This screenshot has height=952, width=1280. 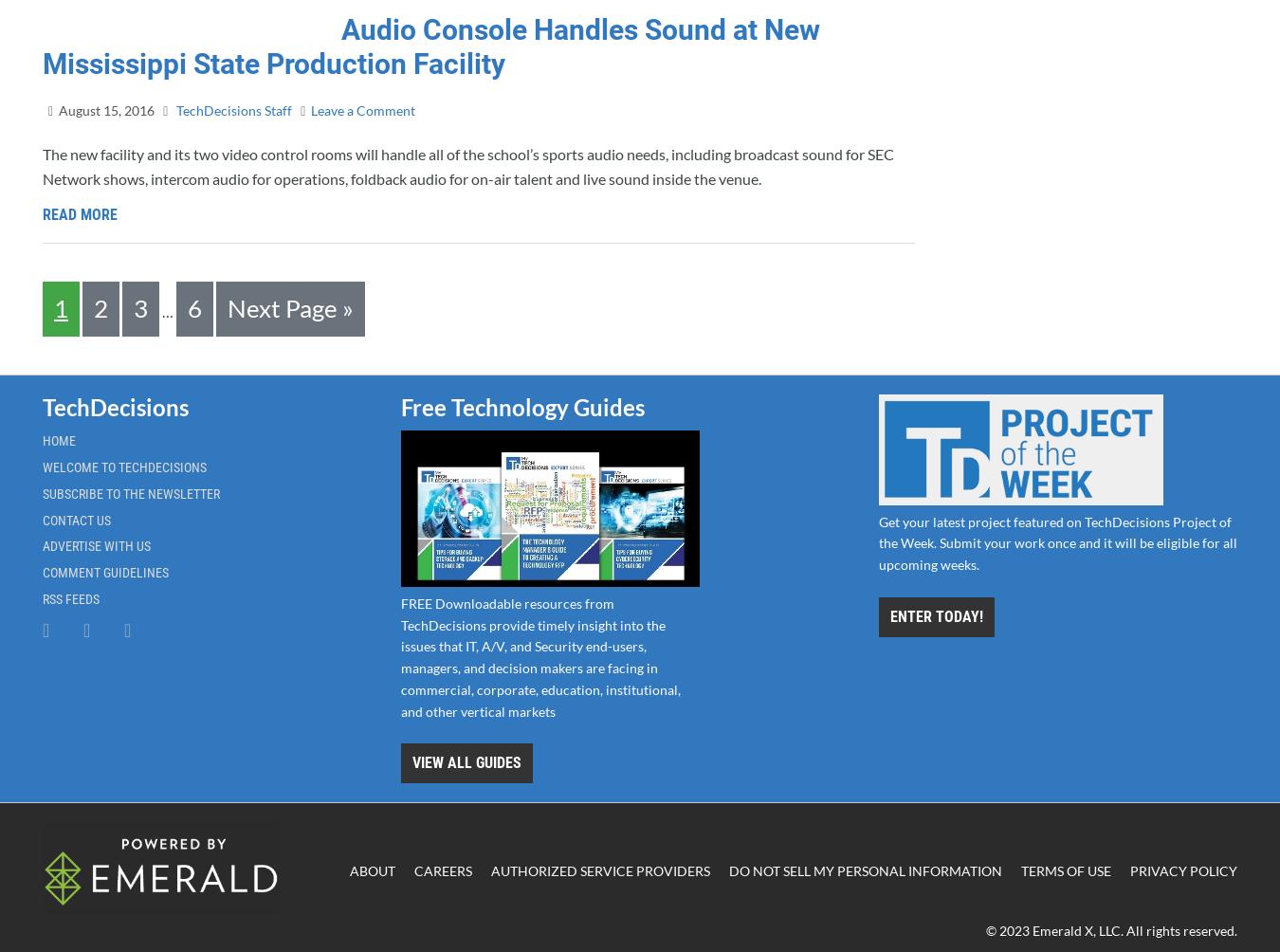 I want to click on '2', so click(x=100, y=306).